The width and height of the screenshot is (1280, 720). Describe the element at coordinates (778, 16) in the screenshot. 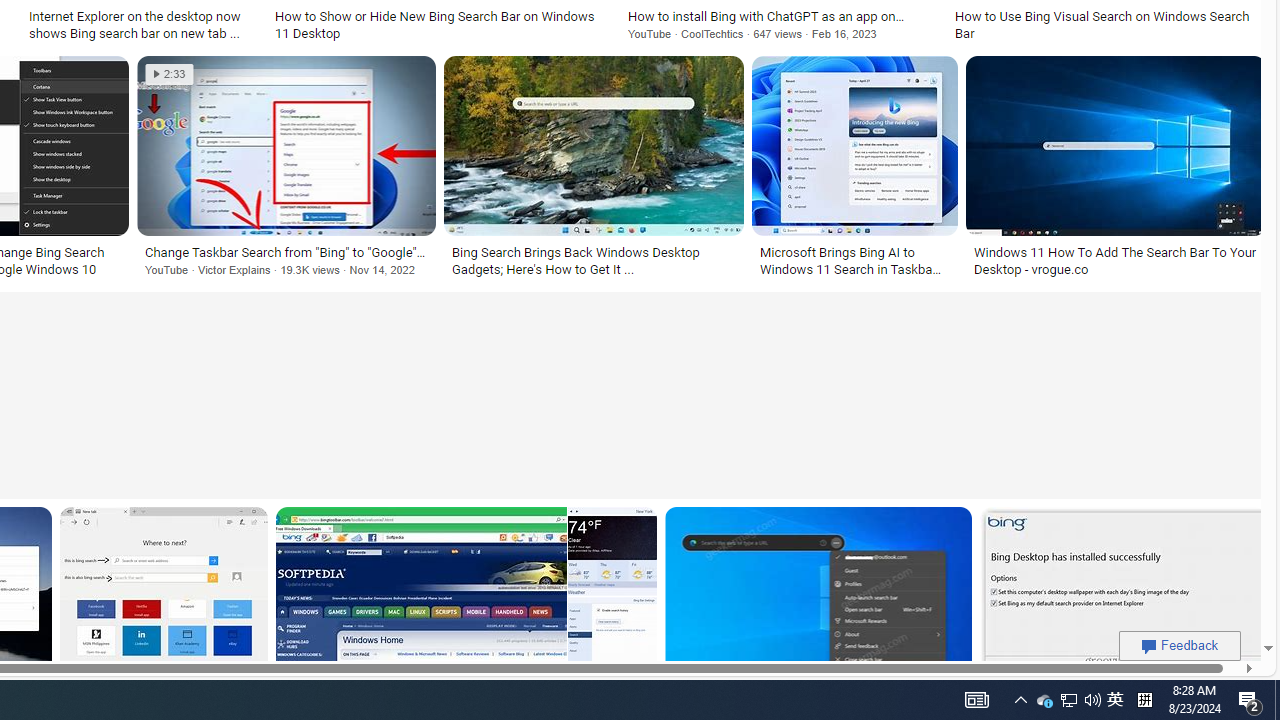

I see `'How to install Bing with ChatGPT as an app on Windows 11'` at that location.